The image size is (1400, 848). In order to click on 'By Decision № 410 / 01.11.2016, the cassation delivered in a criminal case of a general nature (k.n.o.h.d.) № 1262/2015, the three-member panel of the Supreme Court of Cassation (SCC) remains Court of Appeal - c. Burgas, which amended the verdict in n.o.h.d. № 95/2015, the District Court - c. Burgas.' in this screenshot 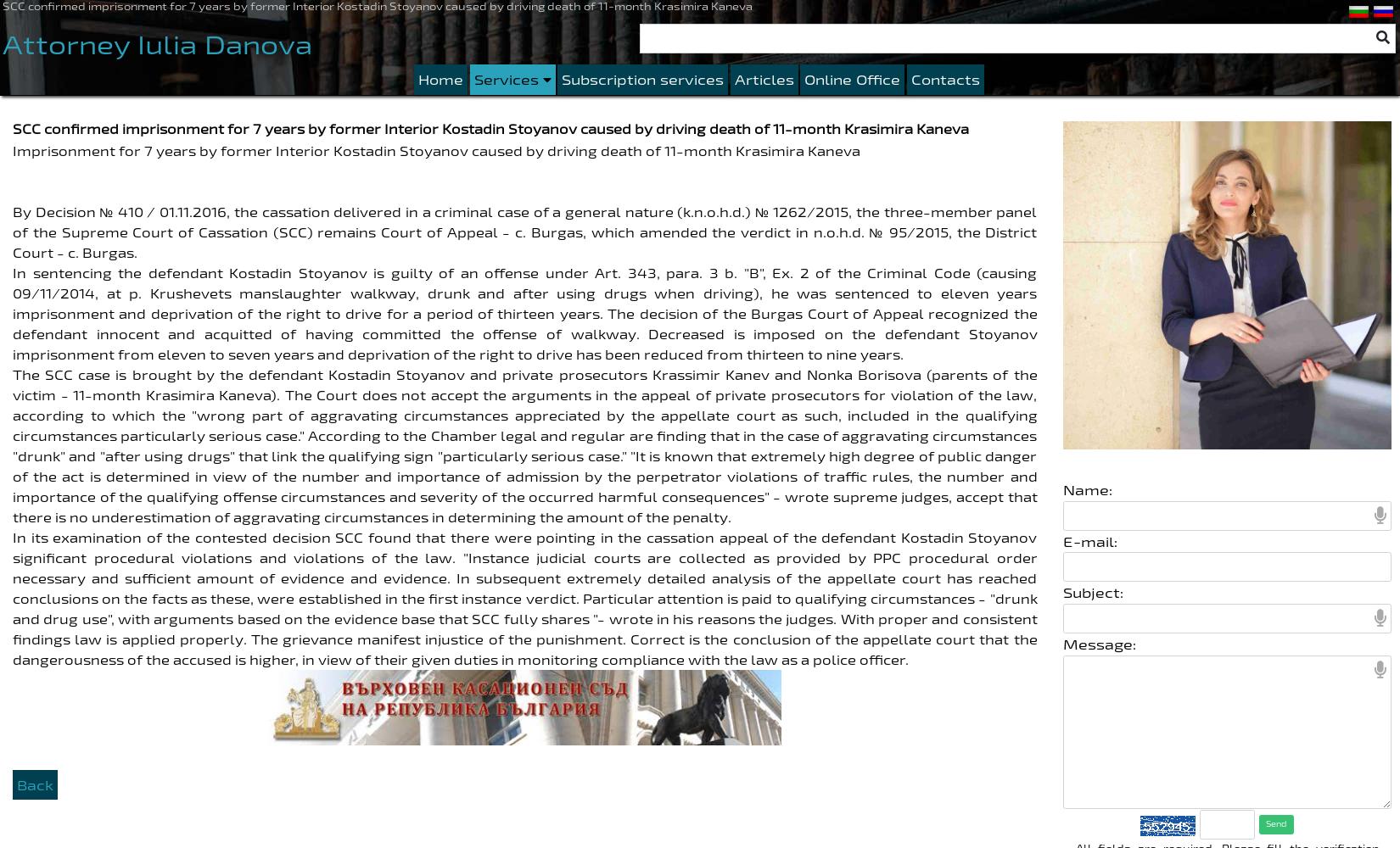, I will do `click(524, 232)`.